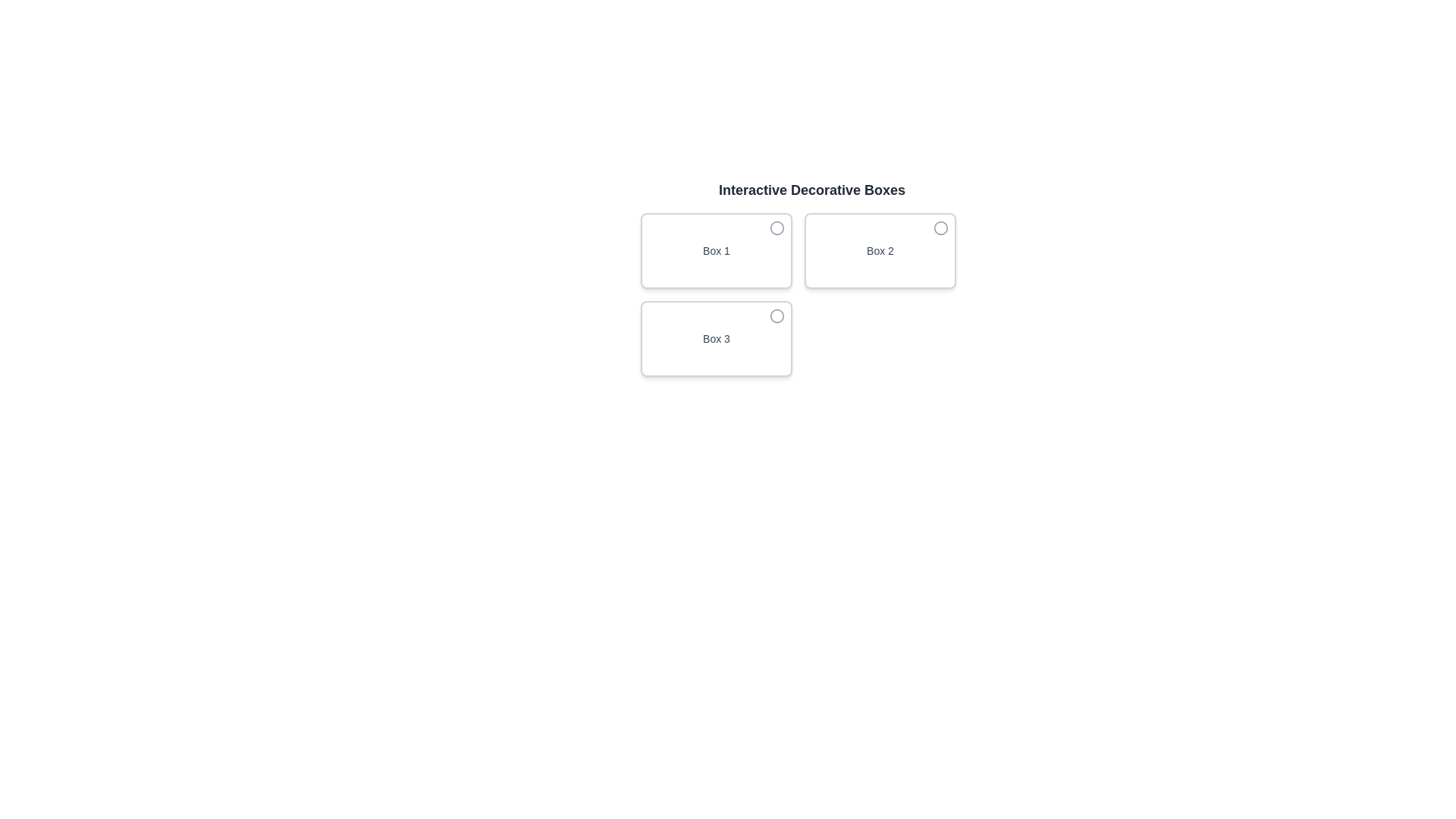 The height and width of the screenshot is (819, 1456). What do you see at coordinates (880, 250) in the screenshot?
I see `the Decorative Box labeled 'Box 2'` at bounding box center [880, 250].